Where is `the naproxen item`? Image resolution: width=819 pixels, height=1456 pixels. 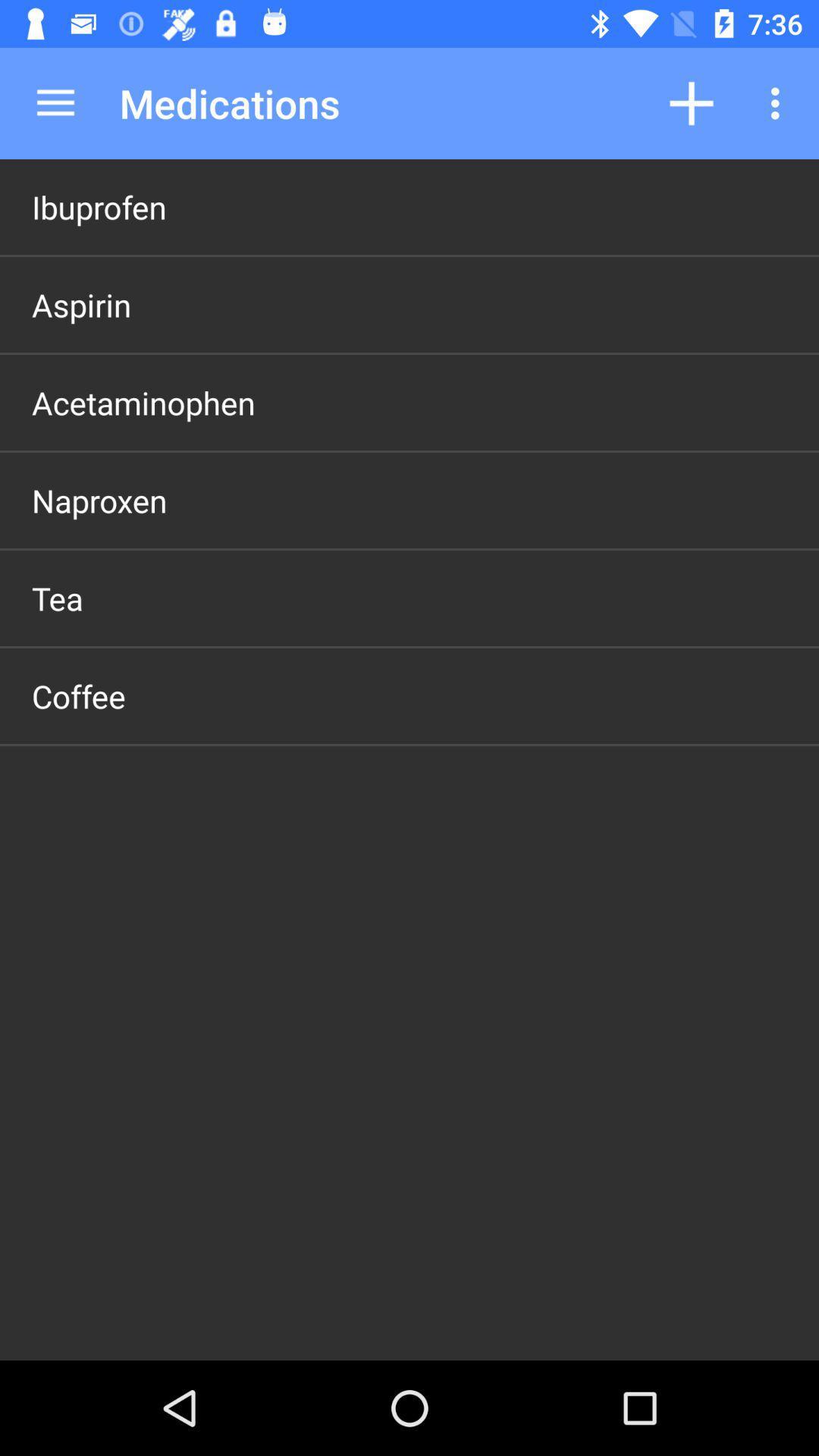 the naproxen item is located at coordinates (99, 500).